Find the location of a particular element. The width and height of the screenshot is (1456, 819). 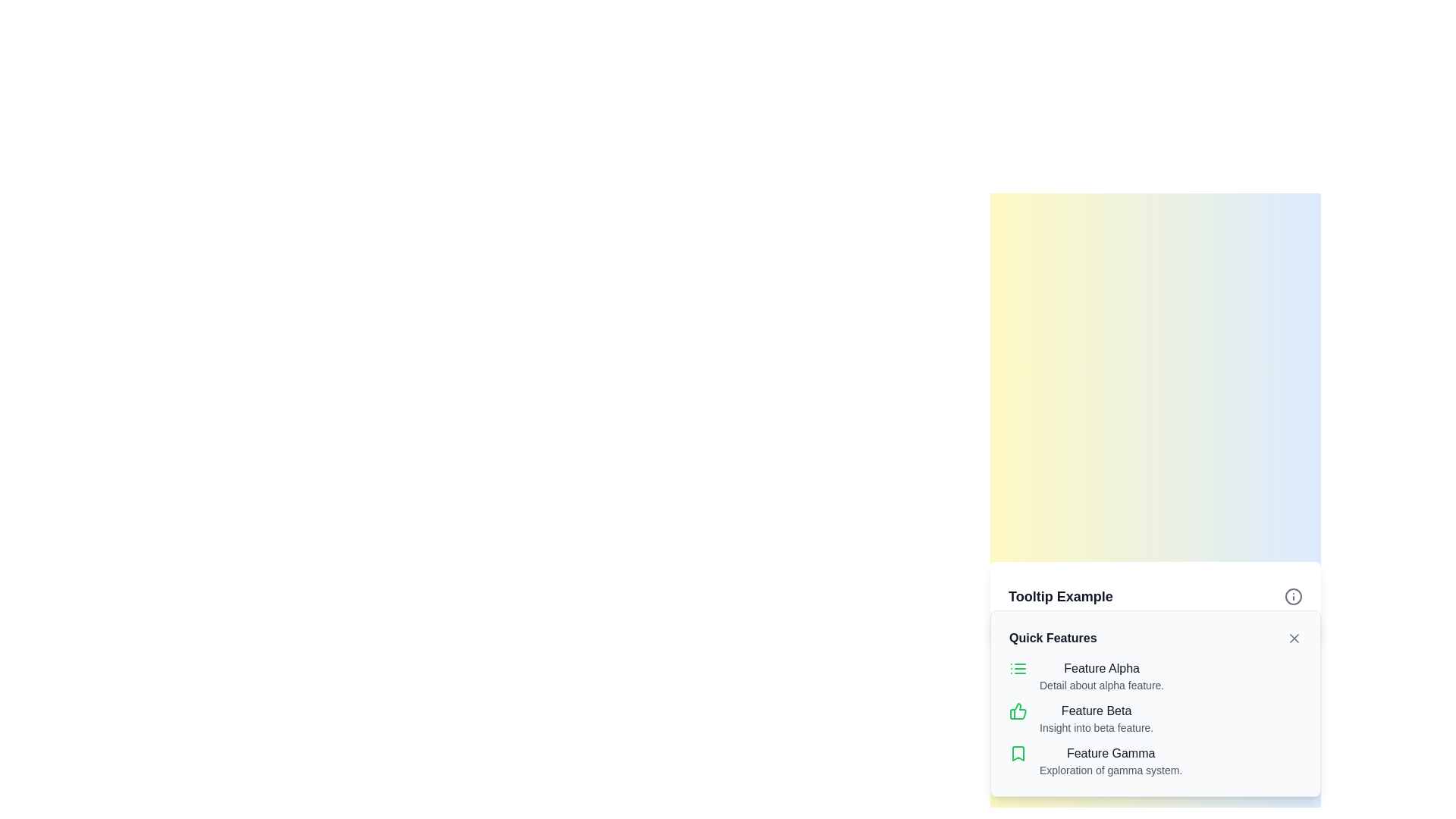

the text element displaying 'Tooltip Example', which is styled prominently in bold font and located in the header section at the top of the panel is located at coordinates (1059, 595).